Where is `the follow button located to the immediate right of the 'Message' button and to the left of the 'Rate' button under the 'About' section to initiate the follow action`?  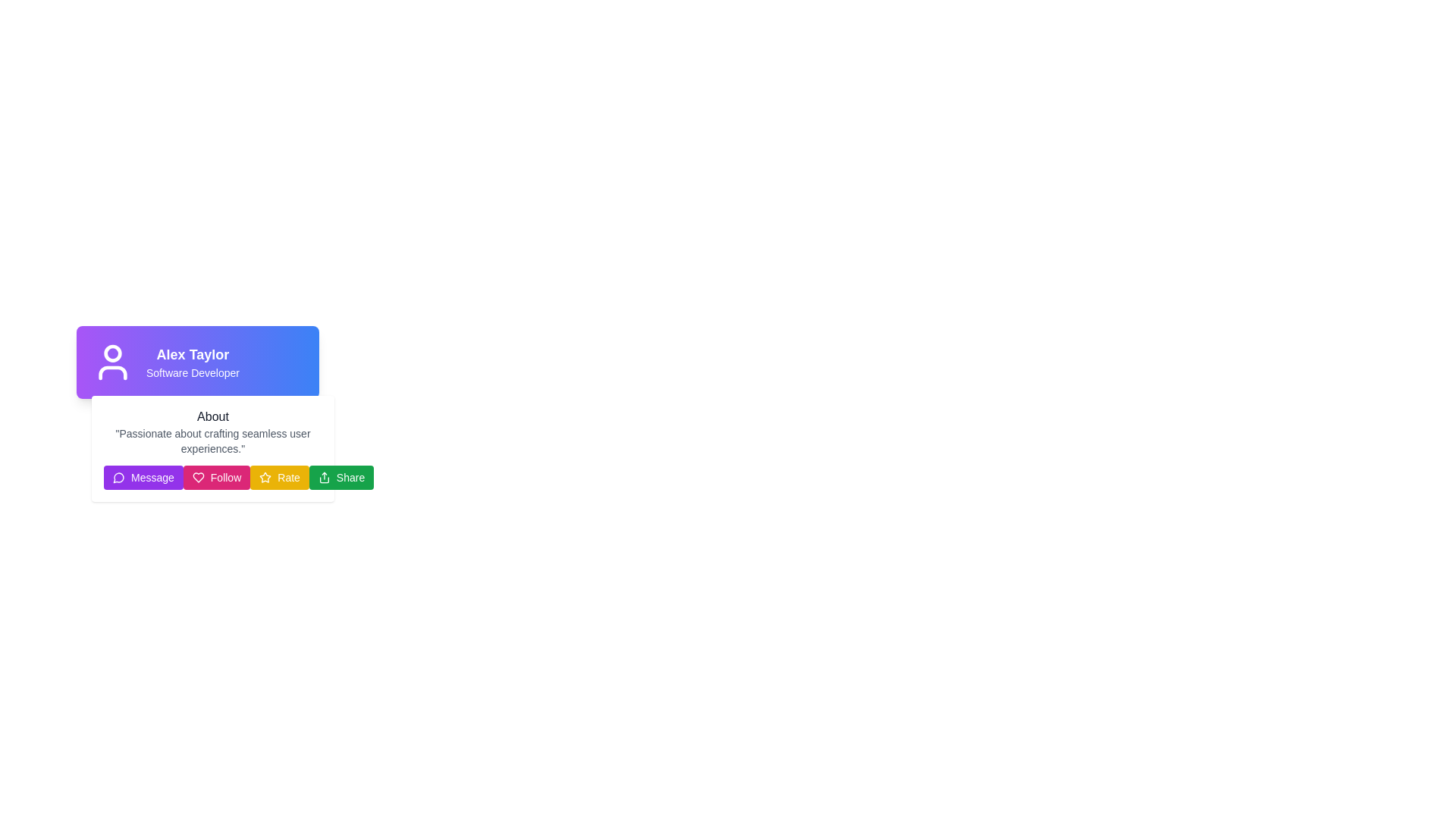
the follow button located to the immediate right of the 'Message' button and to the left of the 'Rate' button under the 'About' section to initiate the follow action is located at coordinates (212, 476).